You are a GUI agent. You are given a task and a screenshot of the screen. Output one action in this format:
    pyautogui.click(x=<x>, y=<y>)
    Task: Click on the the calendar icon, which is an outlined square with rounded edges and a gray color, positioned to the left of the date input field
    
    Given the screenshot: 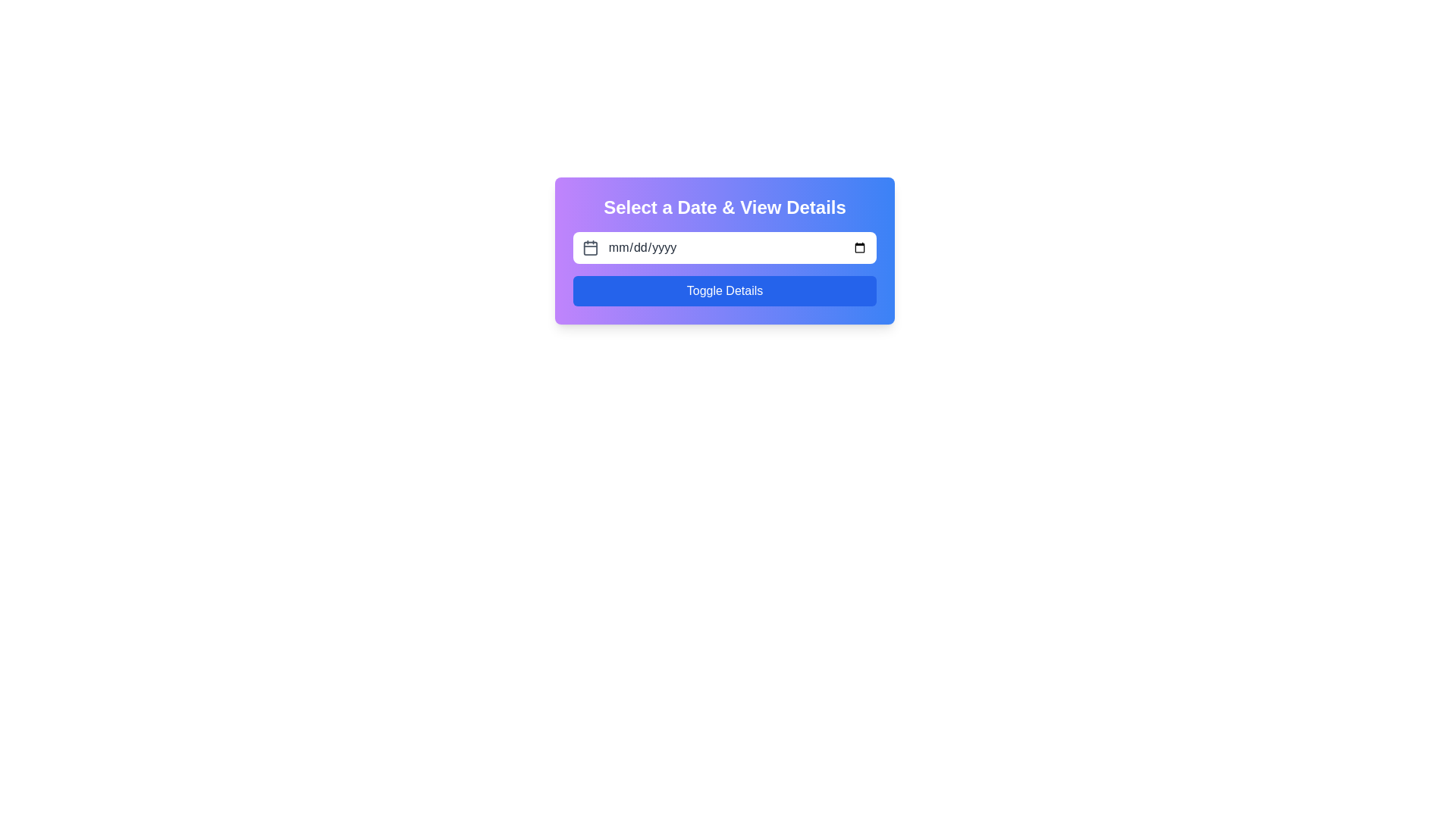 What is the action you would take?
    pyautogui.click(x=589, y=247)
    